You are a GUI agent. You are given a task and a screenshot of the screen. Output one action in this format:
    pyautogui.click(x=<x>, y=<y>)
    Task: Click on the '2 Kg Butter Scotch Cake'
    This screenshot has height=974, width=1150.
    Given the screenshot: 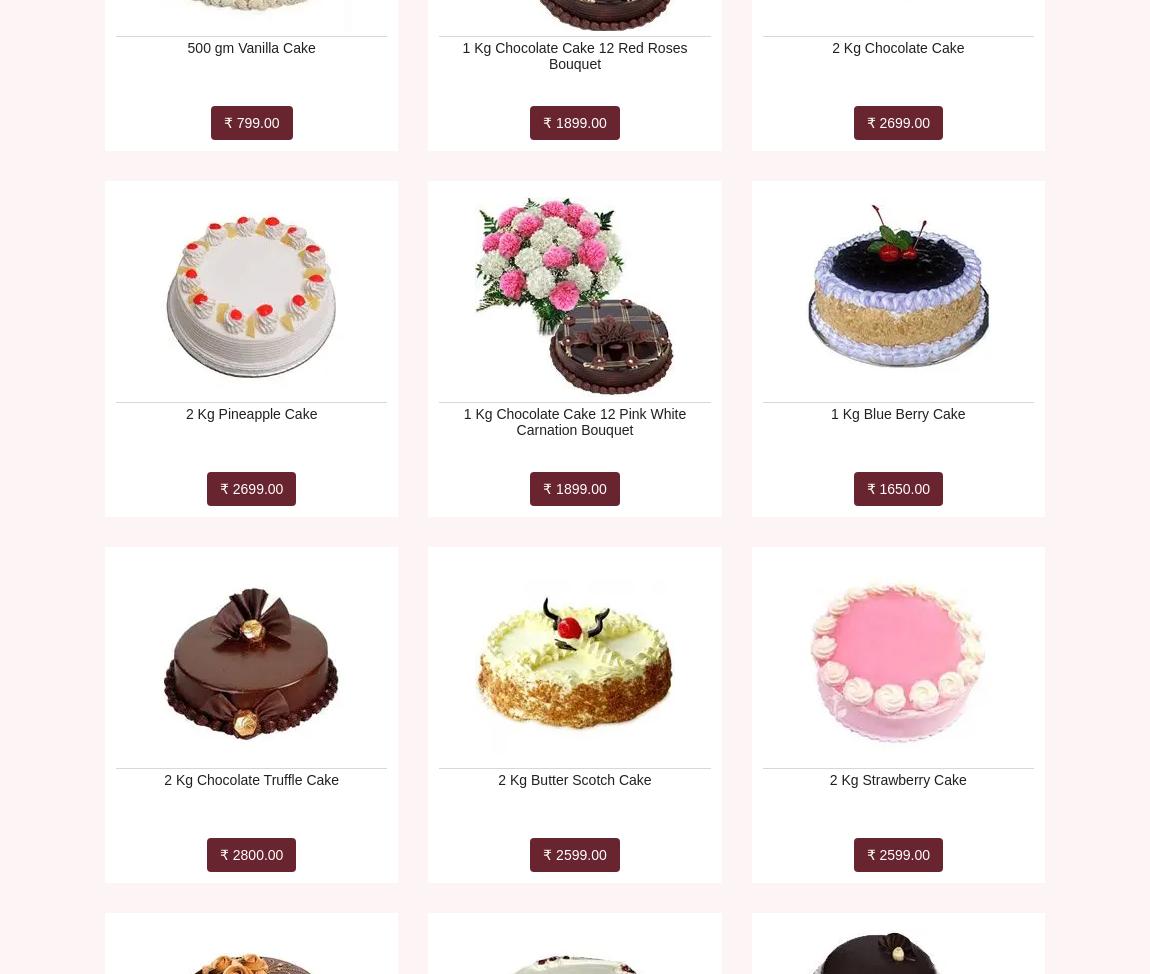 What is the action you would take?
    pyautogui.click(x=574, y=778)
    